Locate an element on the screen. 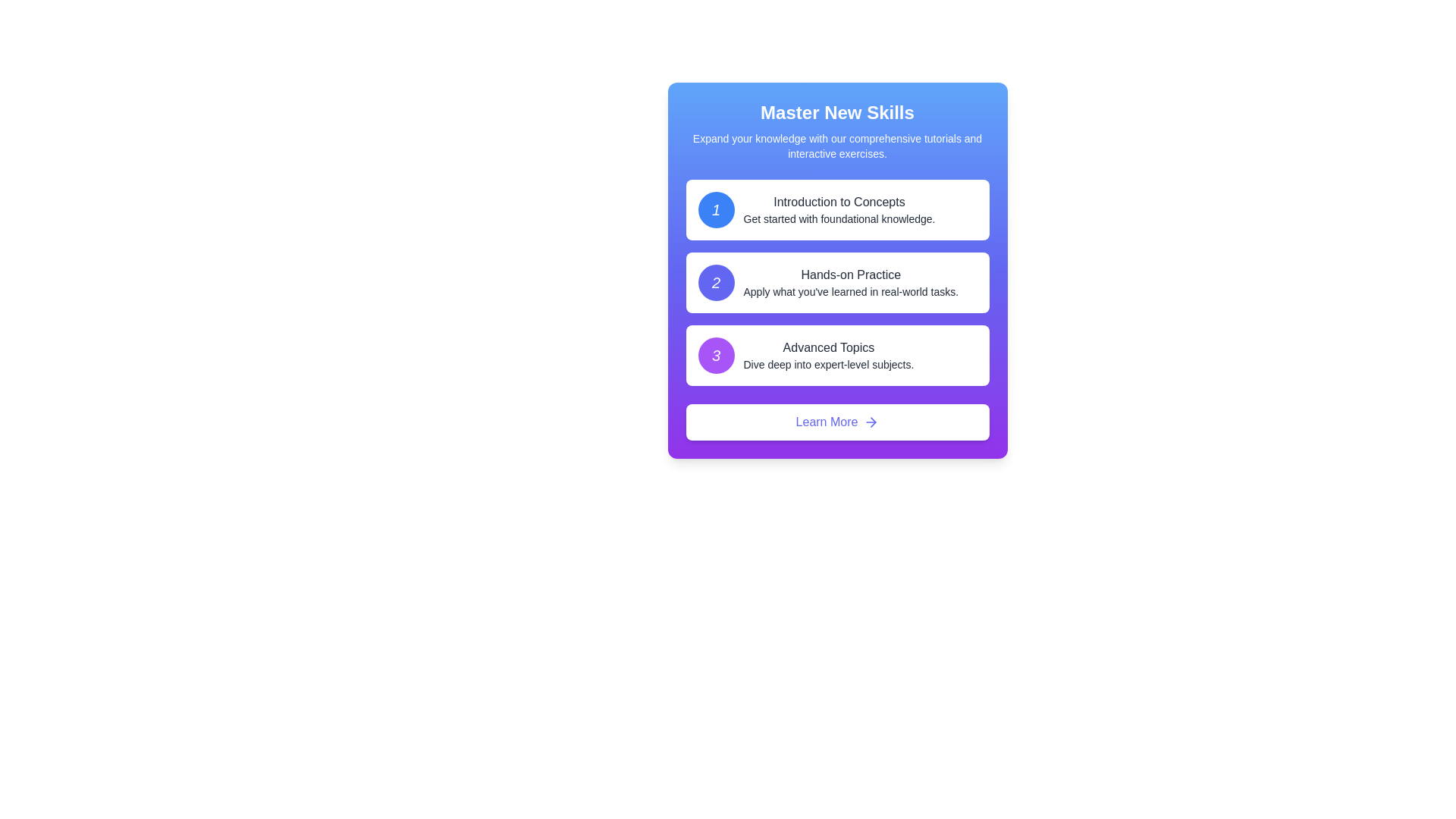  the numerical label '1' displayed in a bold font style within a blue circular background, located at the top of the list in the main content box is located at coordinates (715, 210).